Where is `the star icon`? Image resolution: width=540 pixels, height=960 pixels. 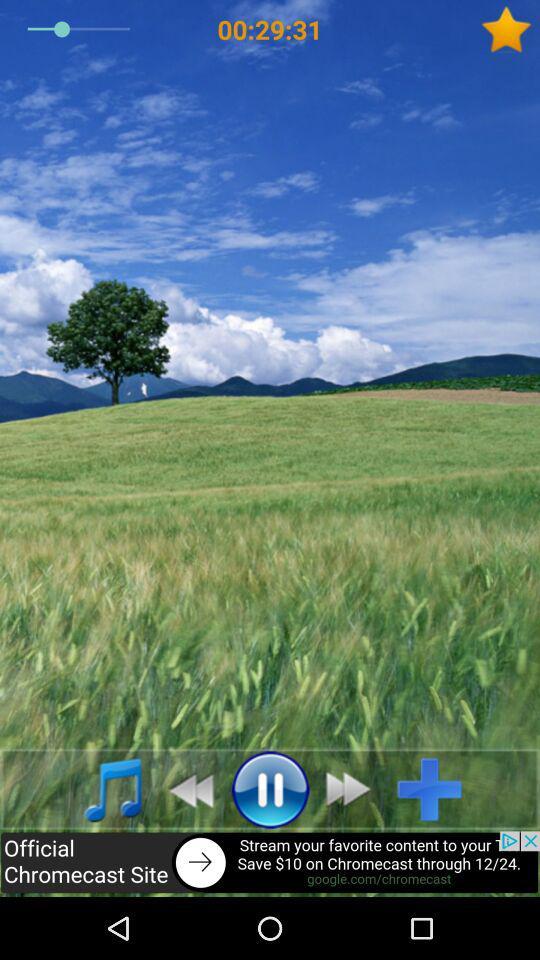 the star icon is located at coordinates (510, 28).